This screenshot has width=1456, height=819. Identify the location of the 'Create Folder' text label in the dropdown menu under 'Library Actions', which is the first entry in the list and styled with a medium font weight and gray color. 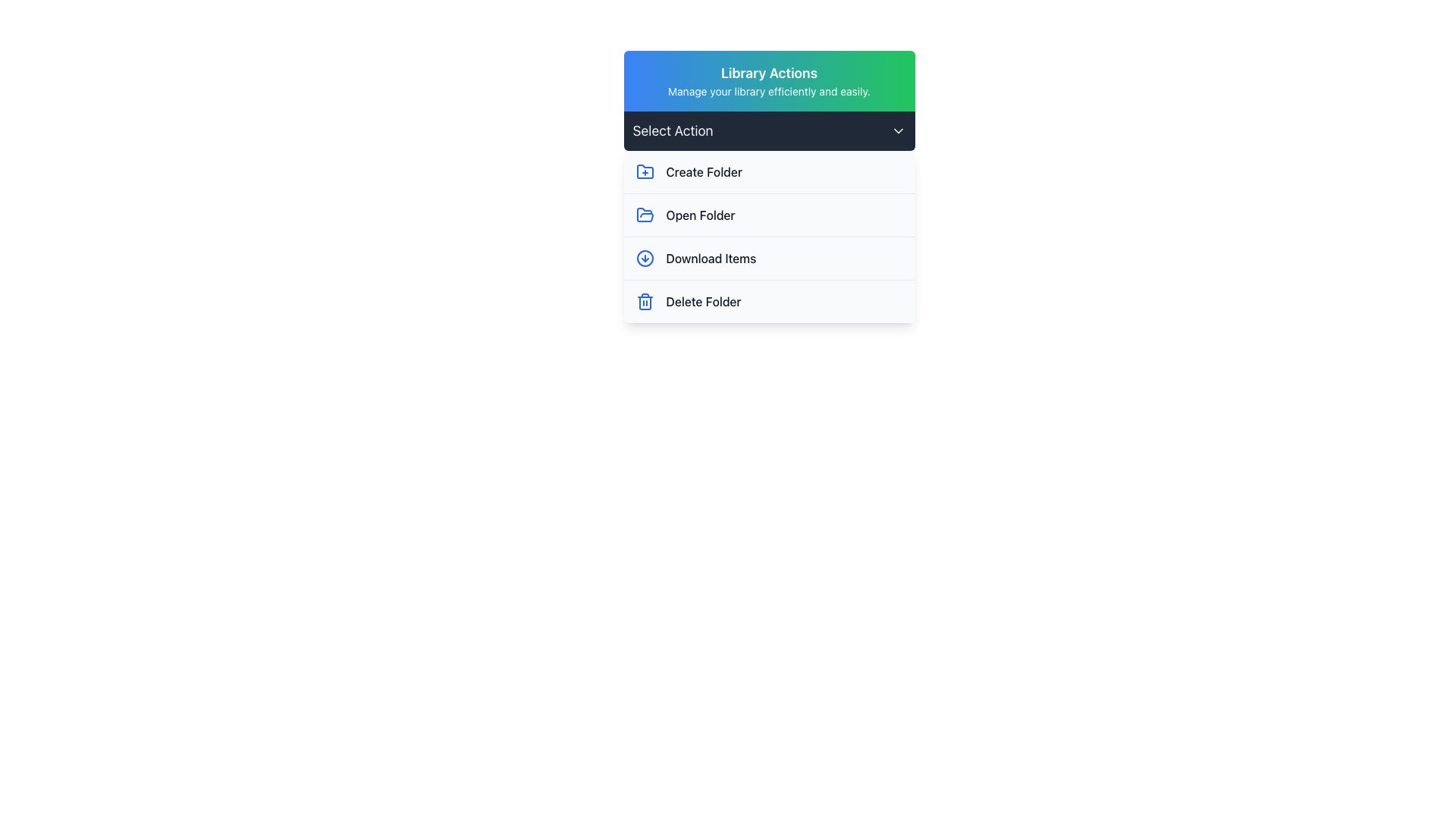
(703, 171).